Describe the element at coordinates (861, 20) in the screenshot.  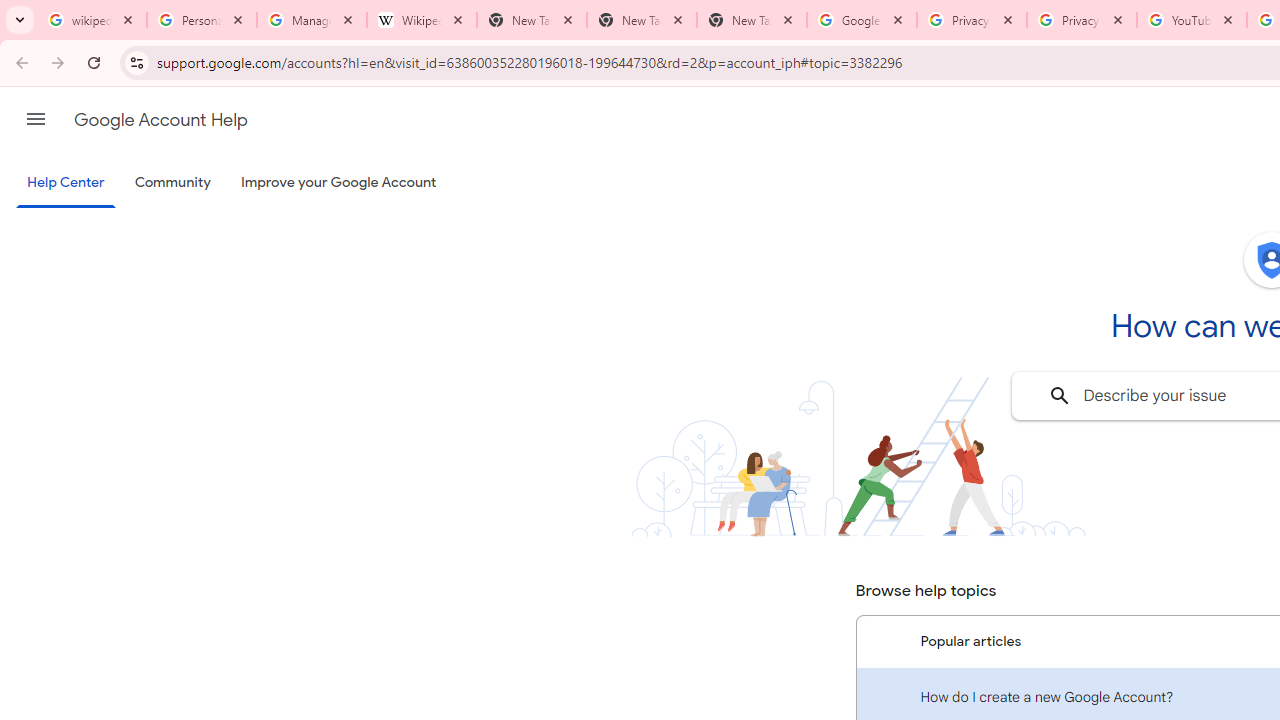
I see `'Google Drive: Sign-in'` at that location.